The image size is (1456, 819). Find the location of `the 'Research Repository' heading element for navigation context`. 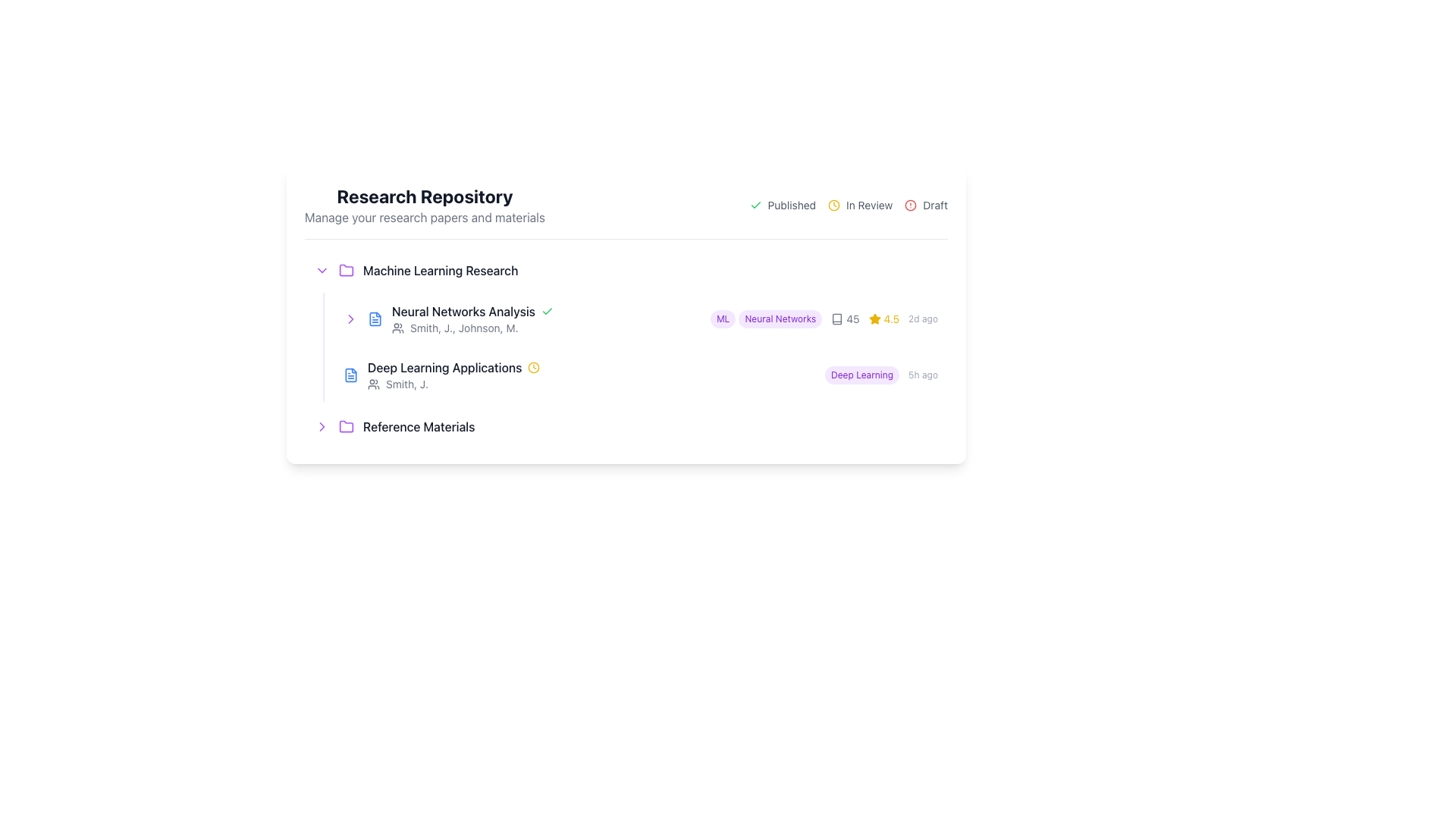

the 'Research Repository' heading element for navigation context is located at coordinates (425, 205).